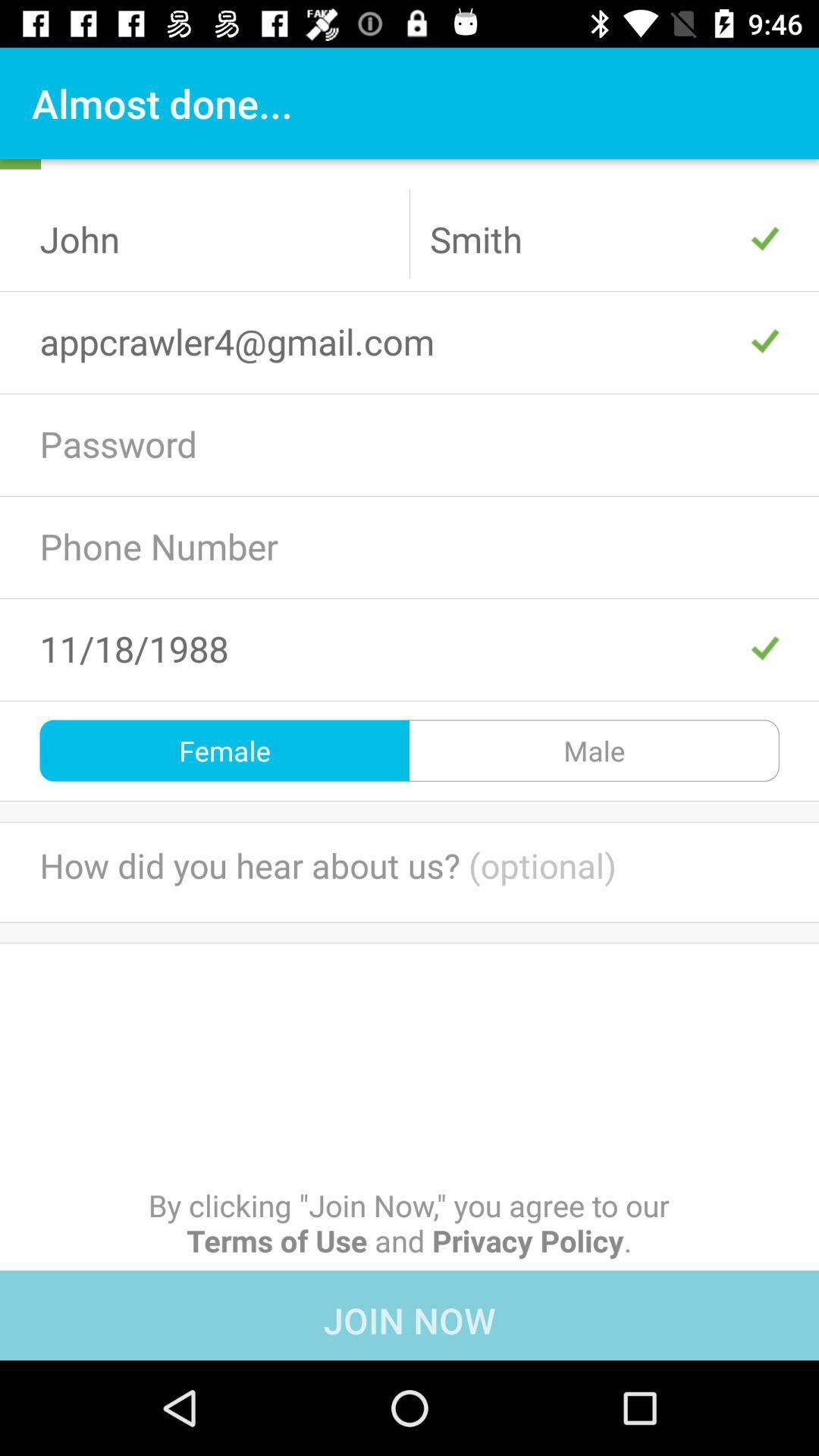 Image resolution: width=819 pixels, height=1456 pixels. I want to click on the text john, so click(214, 238).